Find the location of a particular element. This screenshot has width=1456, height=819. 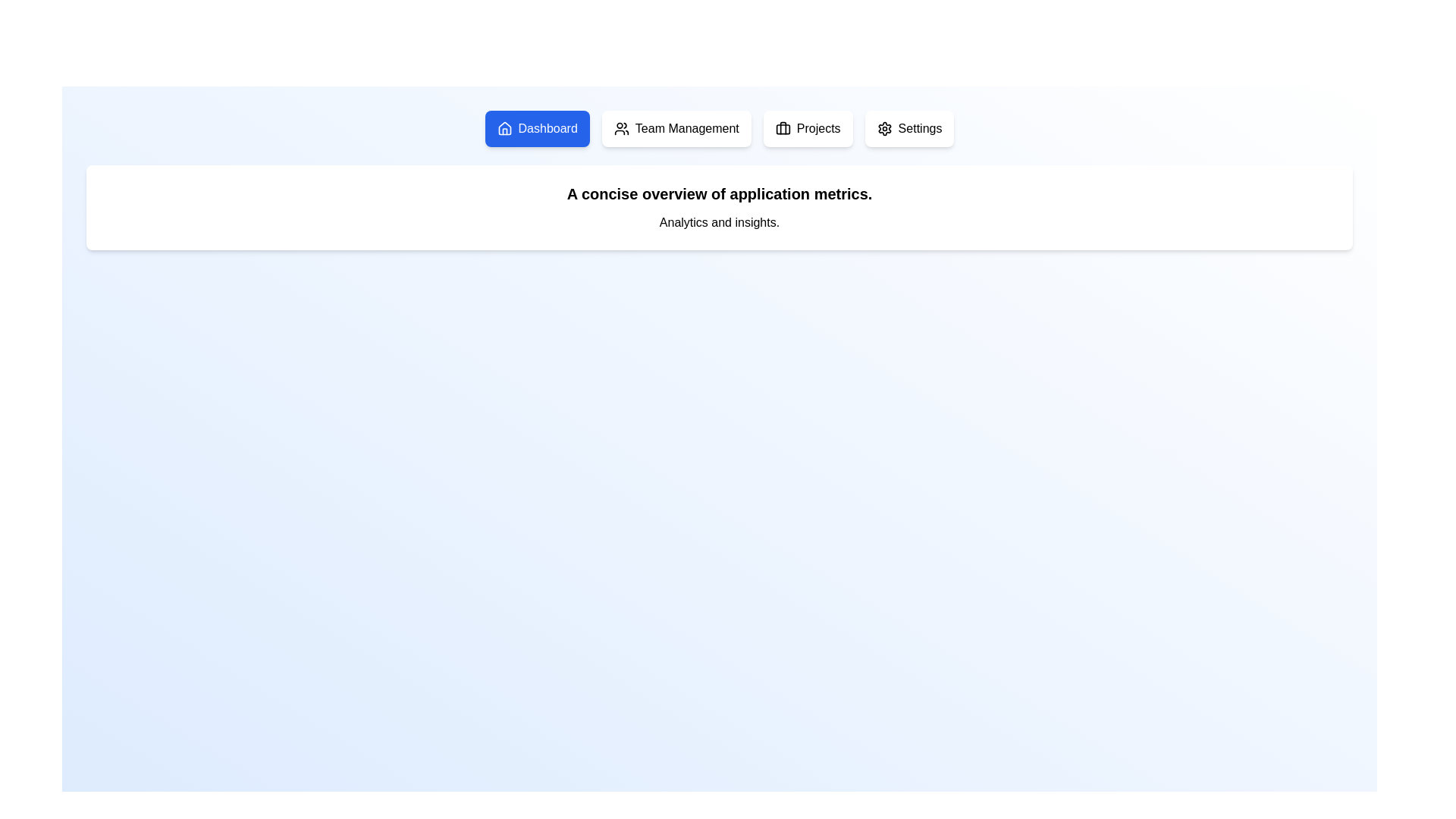

the 'Team Management' button, which is the second button from the left in a row of four buttons, to trigger a visual response is located at coordinates (676, 127).